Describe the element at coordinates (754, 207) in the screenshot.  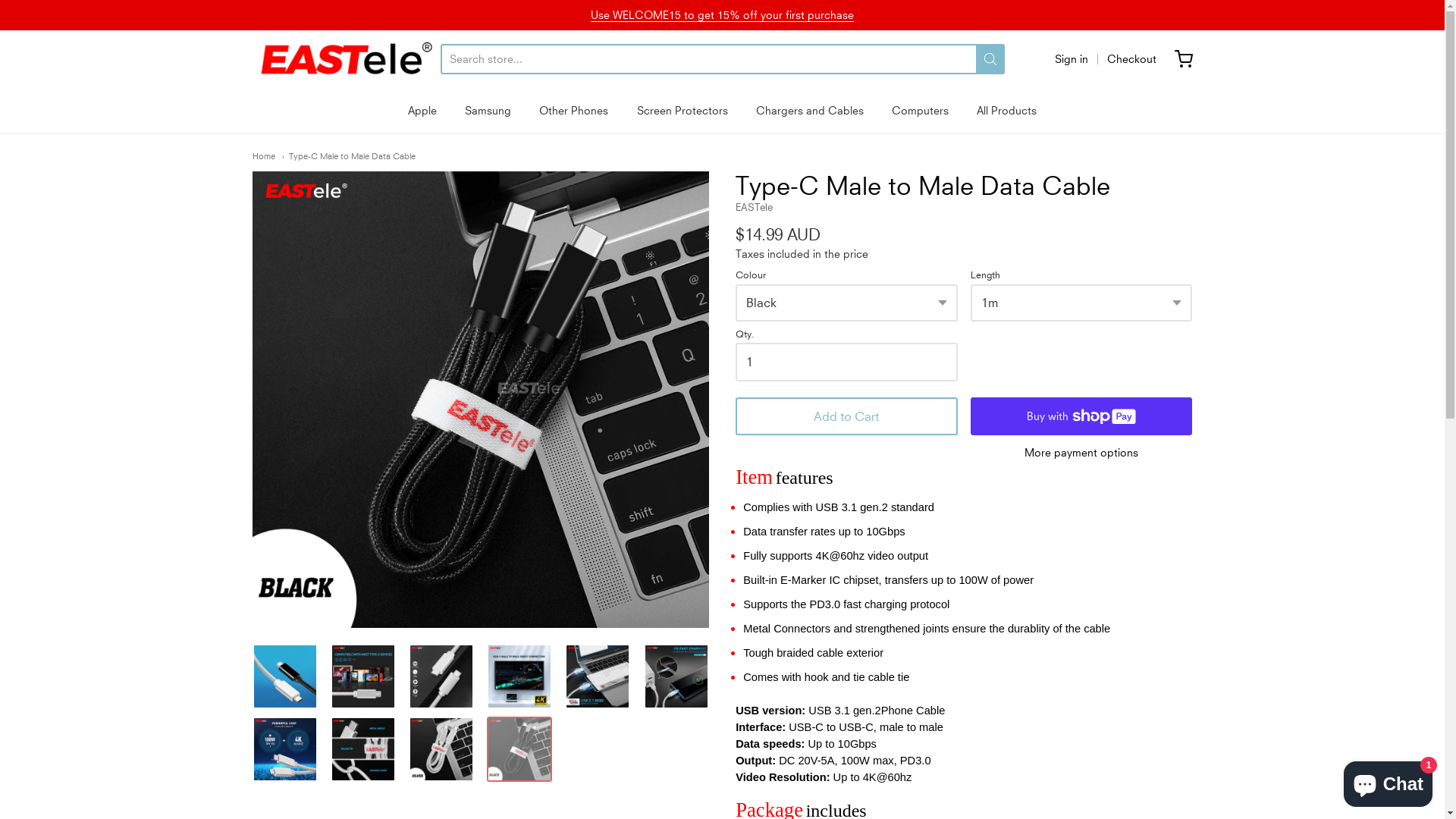
I see `'EASTele'` at that location.